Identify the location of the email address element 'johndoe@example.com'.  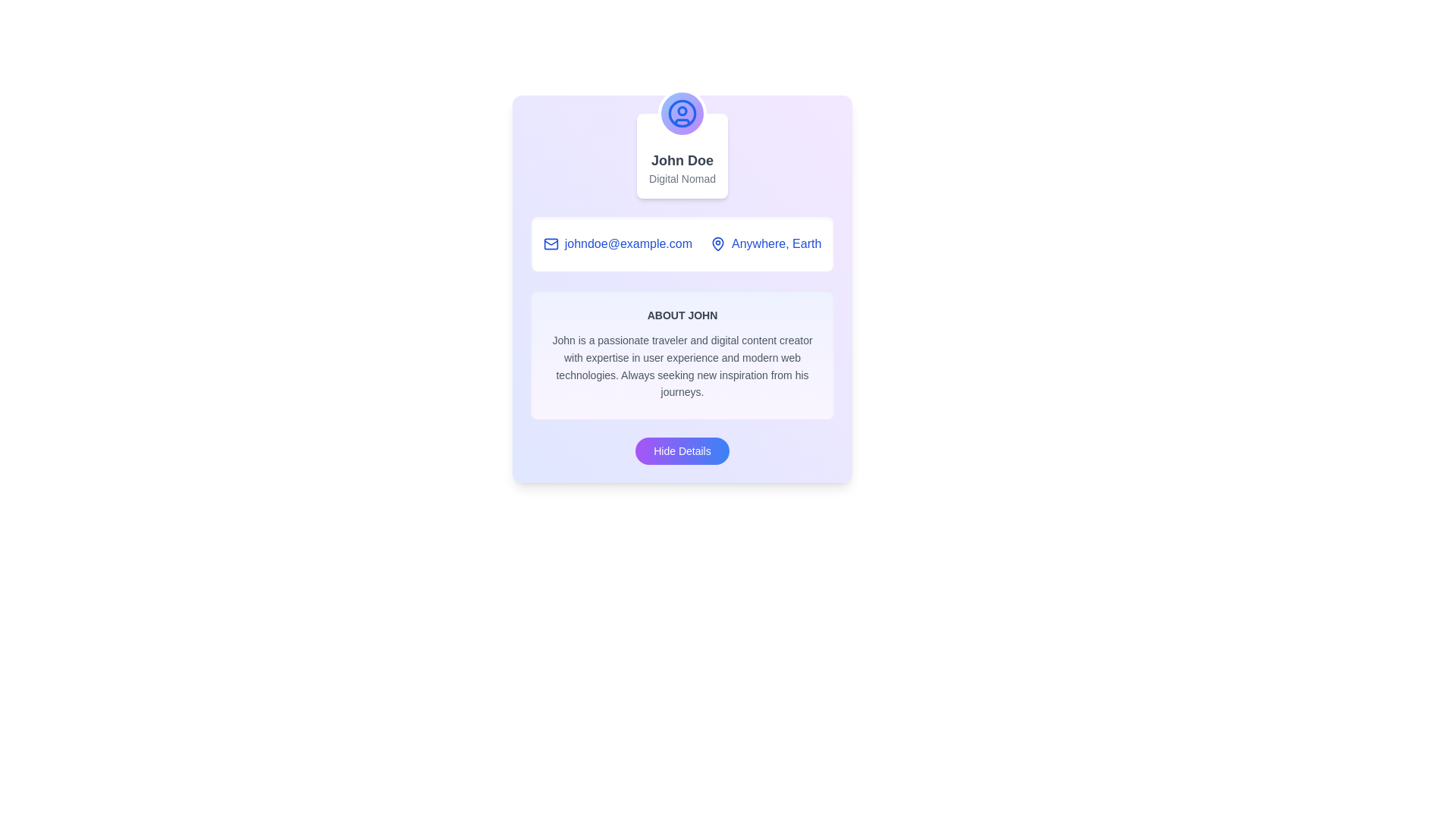
(617, 243).